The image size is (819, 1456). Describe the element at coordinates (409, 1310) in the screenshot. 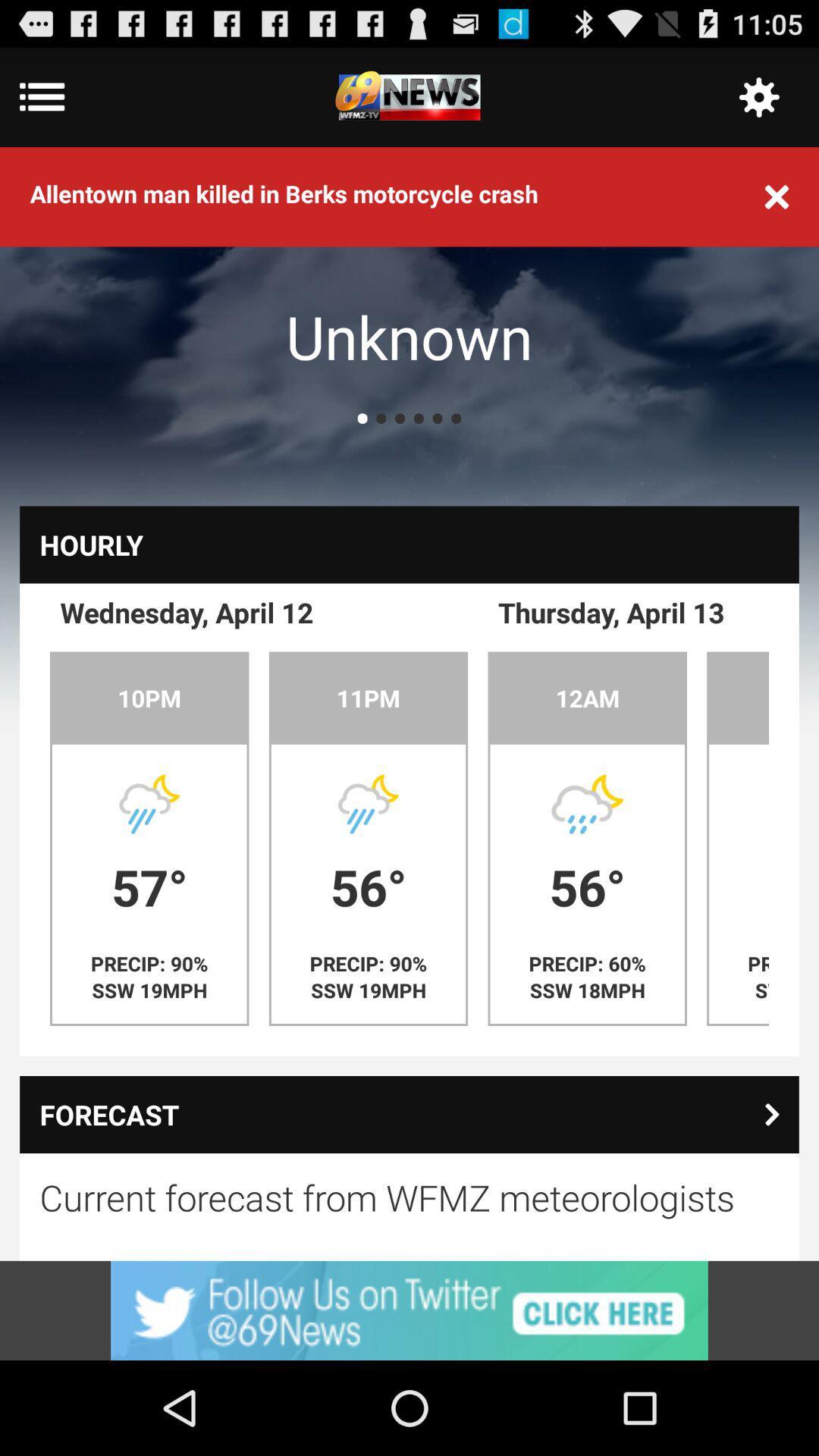

I see `advertising site` at that location.